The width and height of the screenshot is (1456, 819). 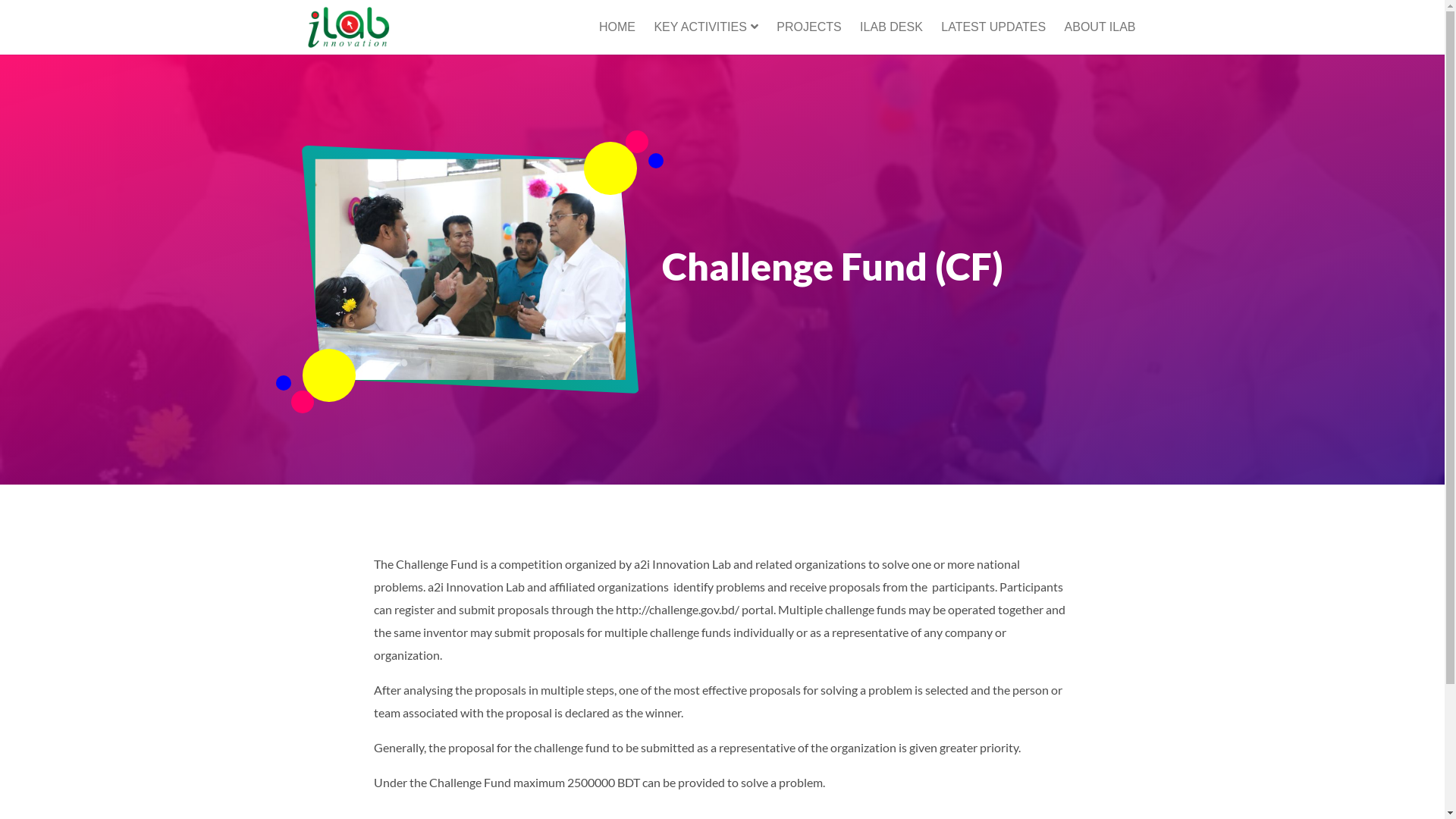 What do you see at coordinates (993, 27) in the screenshot?
I see `'LATEST UPDATES'` at bounding box center [993, 27].